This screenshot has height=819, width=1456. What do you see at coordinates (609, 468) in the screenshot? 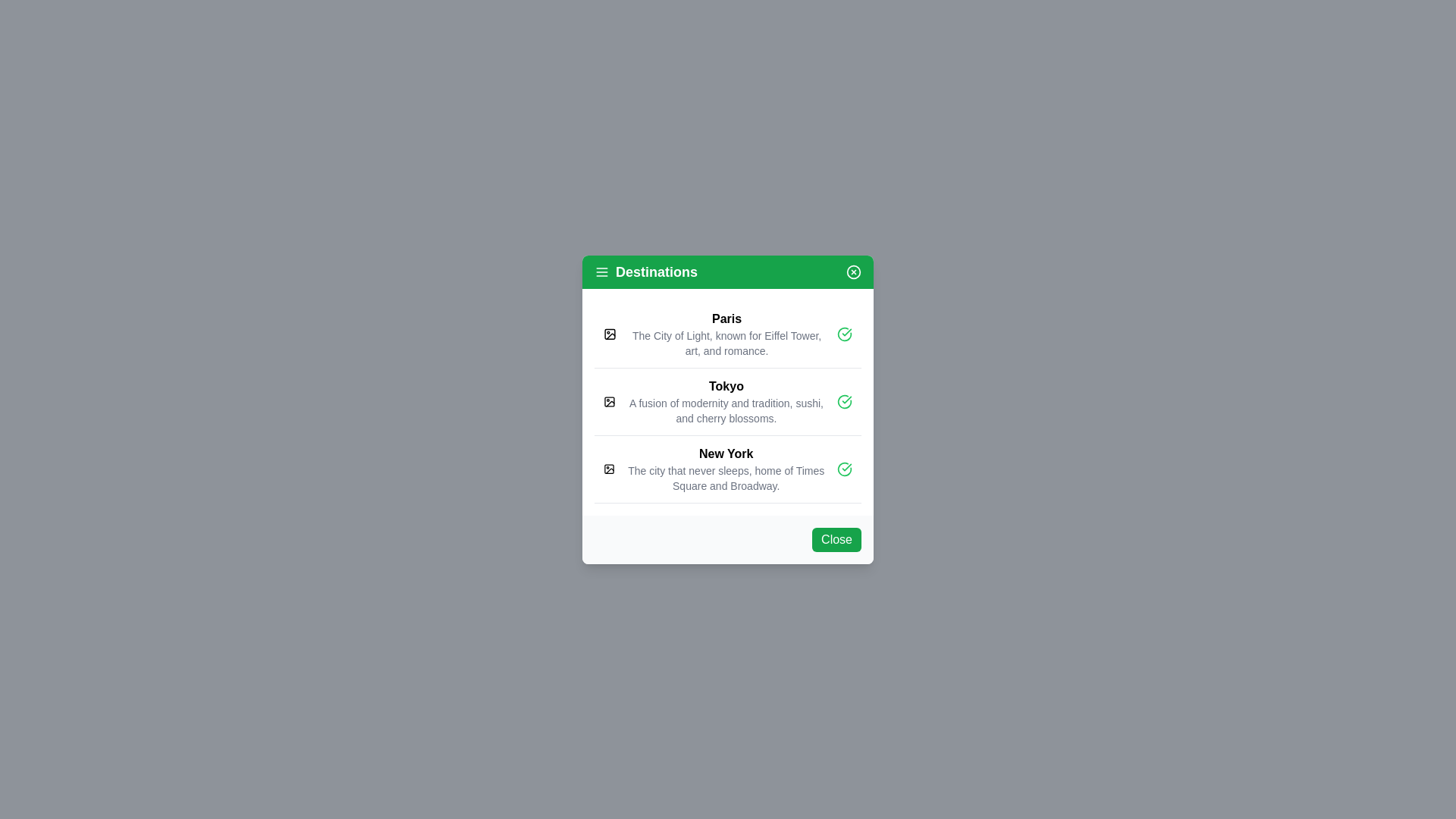
I see `the Image placeholder icon, which is the leftmost icon in the third list item labeled 'New York' in a vertical list of destinations` at bounding box center [609, 468].